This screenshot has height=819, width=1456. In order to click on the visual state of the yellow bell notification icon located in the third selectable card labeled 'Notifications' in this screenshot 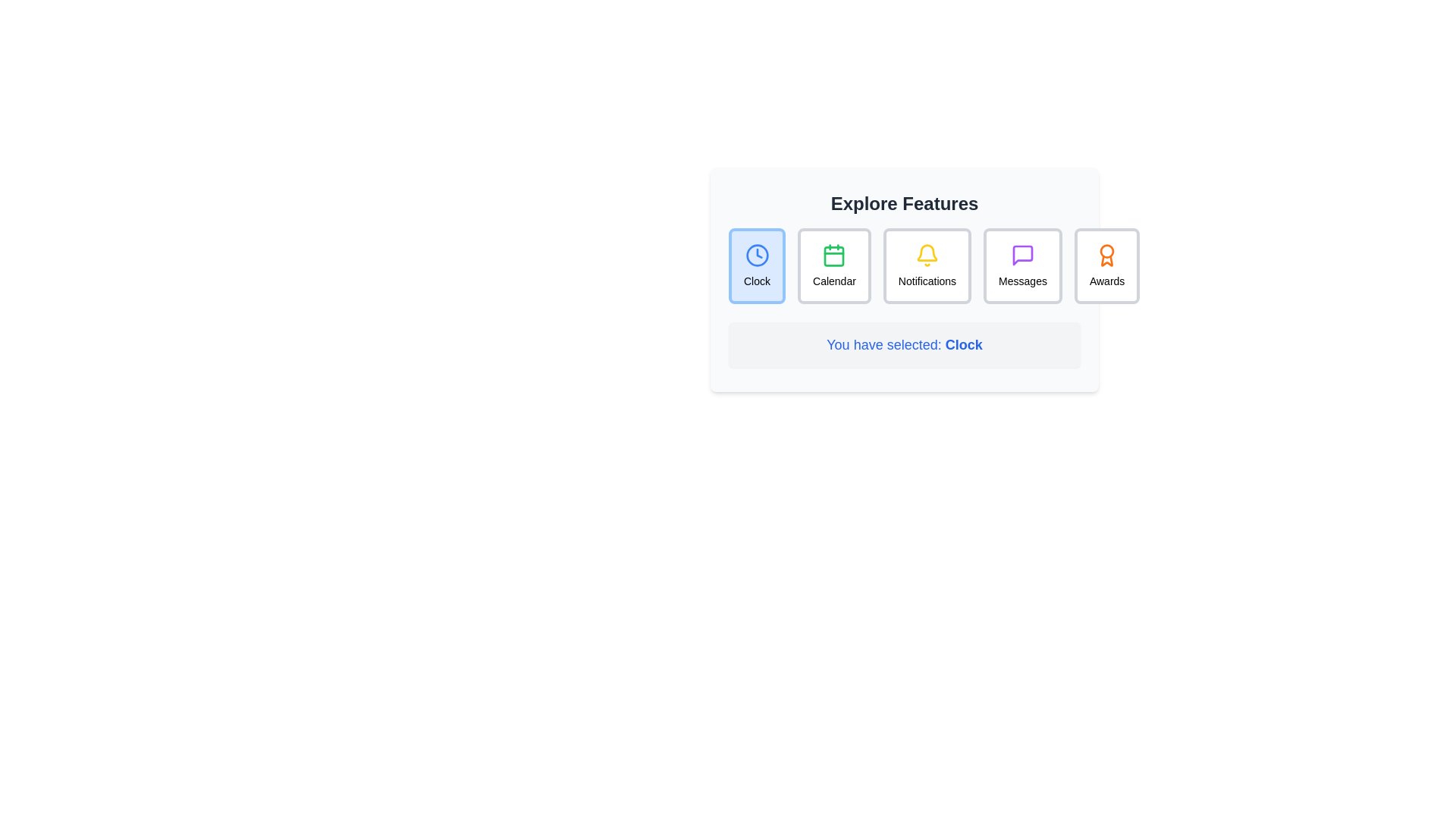, I will do `click(927, 252)`.